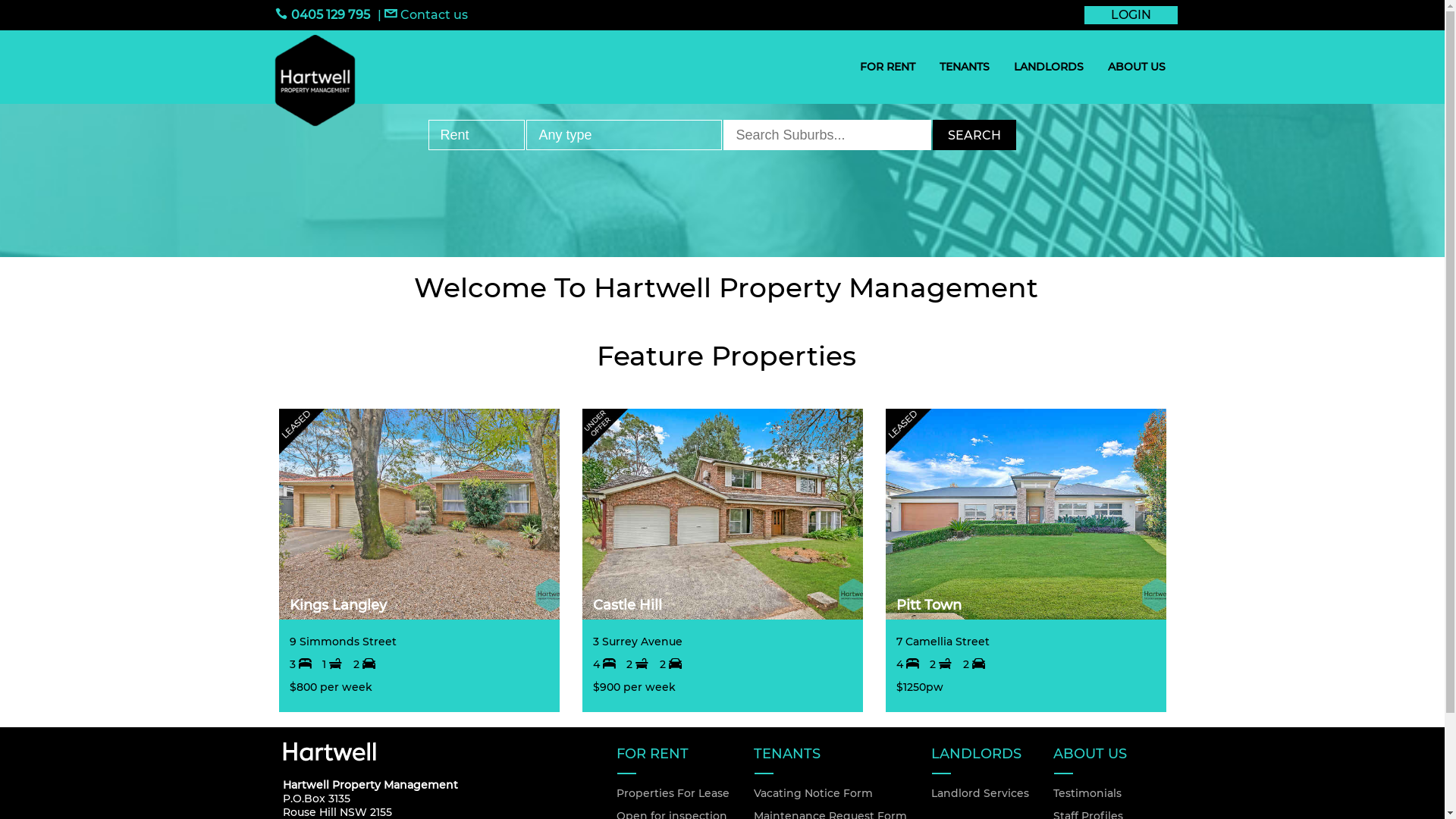  Describe the element at coordinates (425, 14) in the screenshot. I see `'Contact us'` at that location.